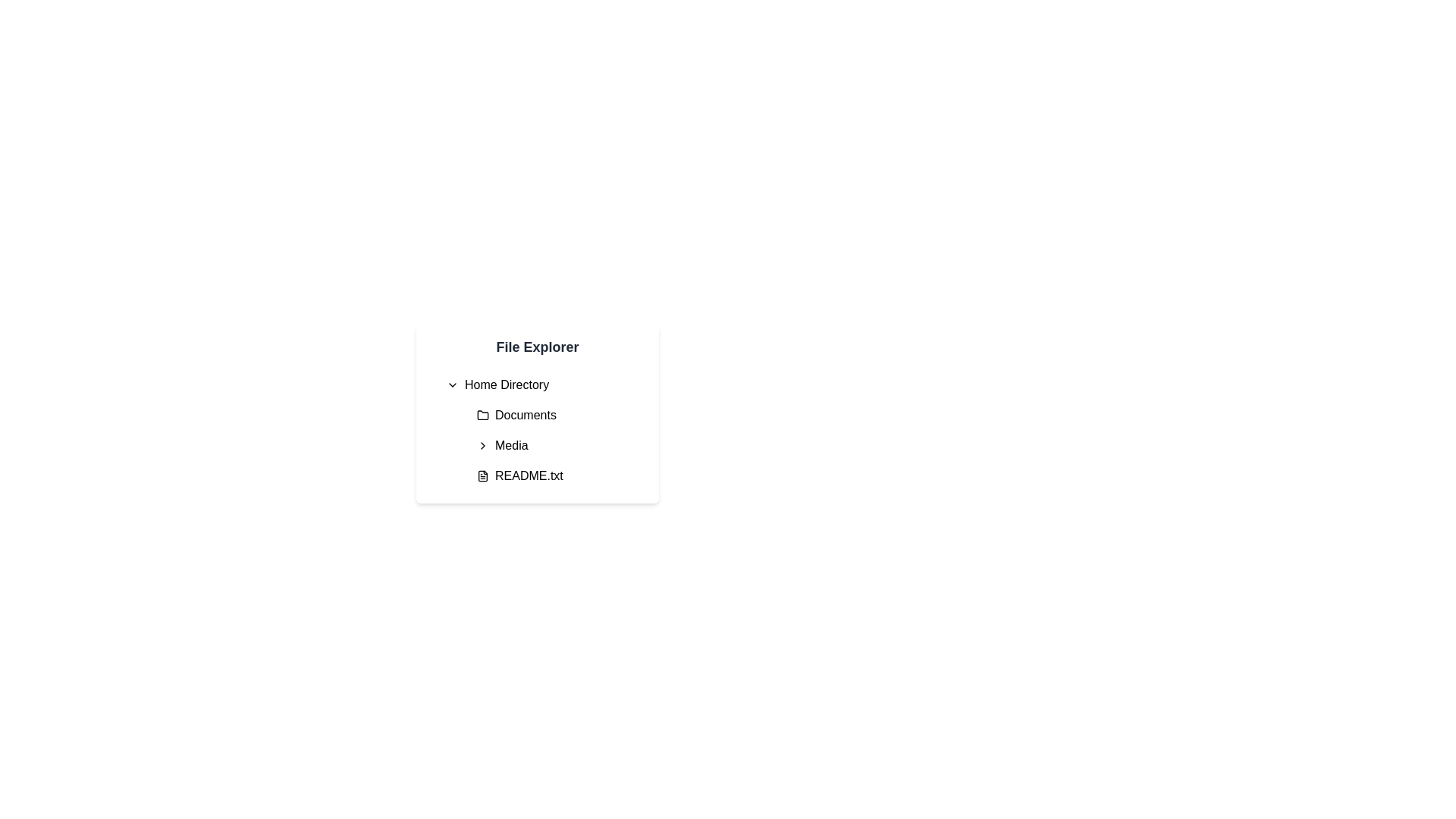 This screenshot has width=1456, height=819. Describe the element at coordinates (529, 475) in the screenshot. I see `the 'README.txt' text label located under the 'Media' folder` at that location.